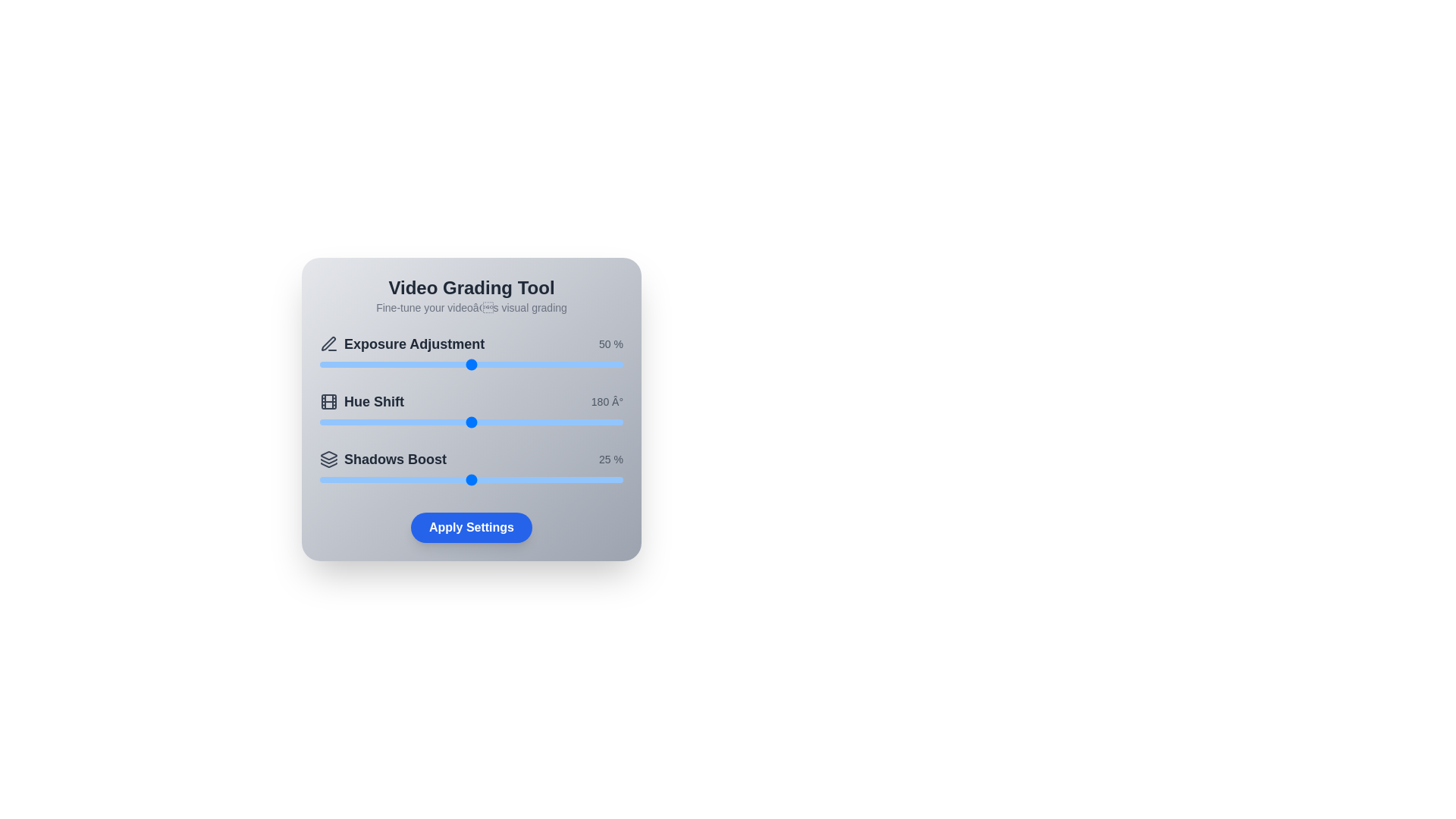 This screenshot has height=819, width=1456. What do you see at coordinates (458, 422) in the screenshot?
I see `the hue shift` at bounding box center [458, 422].